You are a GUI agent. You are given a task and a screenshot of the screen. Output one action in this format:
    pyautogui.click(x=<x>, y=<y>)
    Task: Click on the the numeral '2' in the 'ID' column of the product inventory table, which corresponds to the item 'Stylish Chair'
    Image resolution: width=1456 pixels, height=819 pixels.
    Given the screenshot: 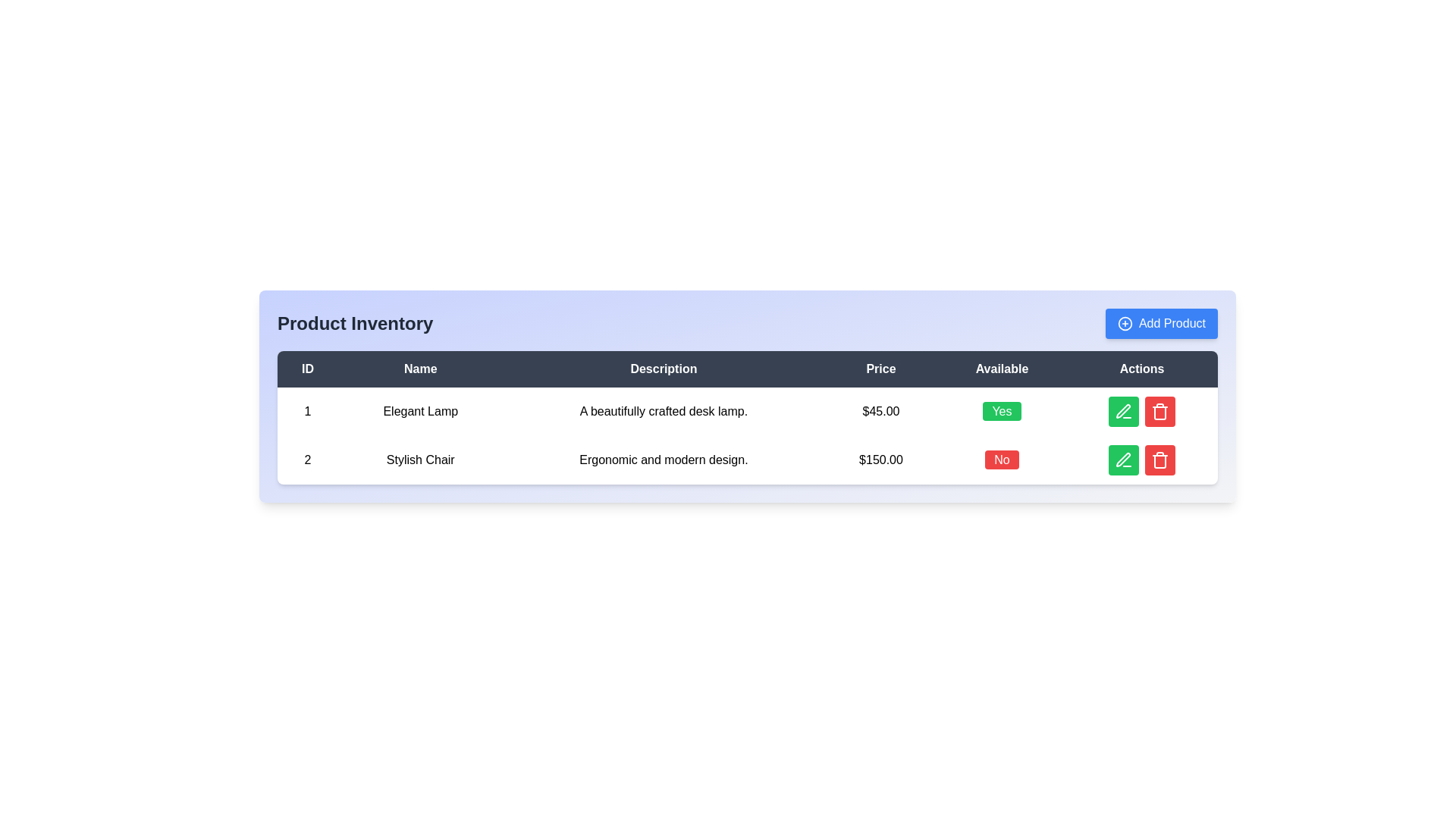 What is the action you would take?
    pyautogui.click(x=306, y=459)
    